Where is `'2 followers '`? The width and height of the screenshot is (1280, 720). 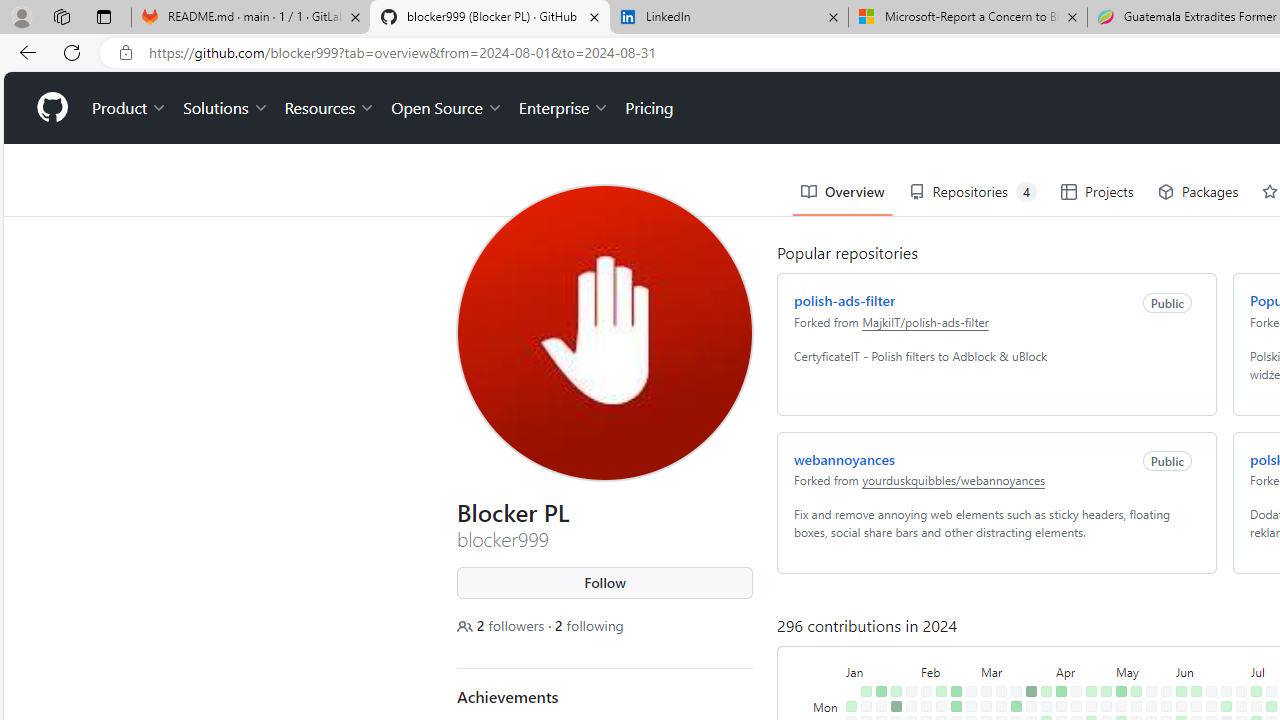
'2 followers ' is located at coordinates (503, 624).